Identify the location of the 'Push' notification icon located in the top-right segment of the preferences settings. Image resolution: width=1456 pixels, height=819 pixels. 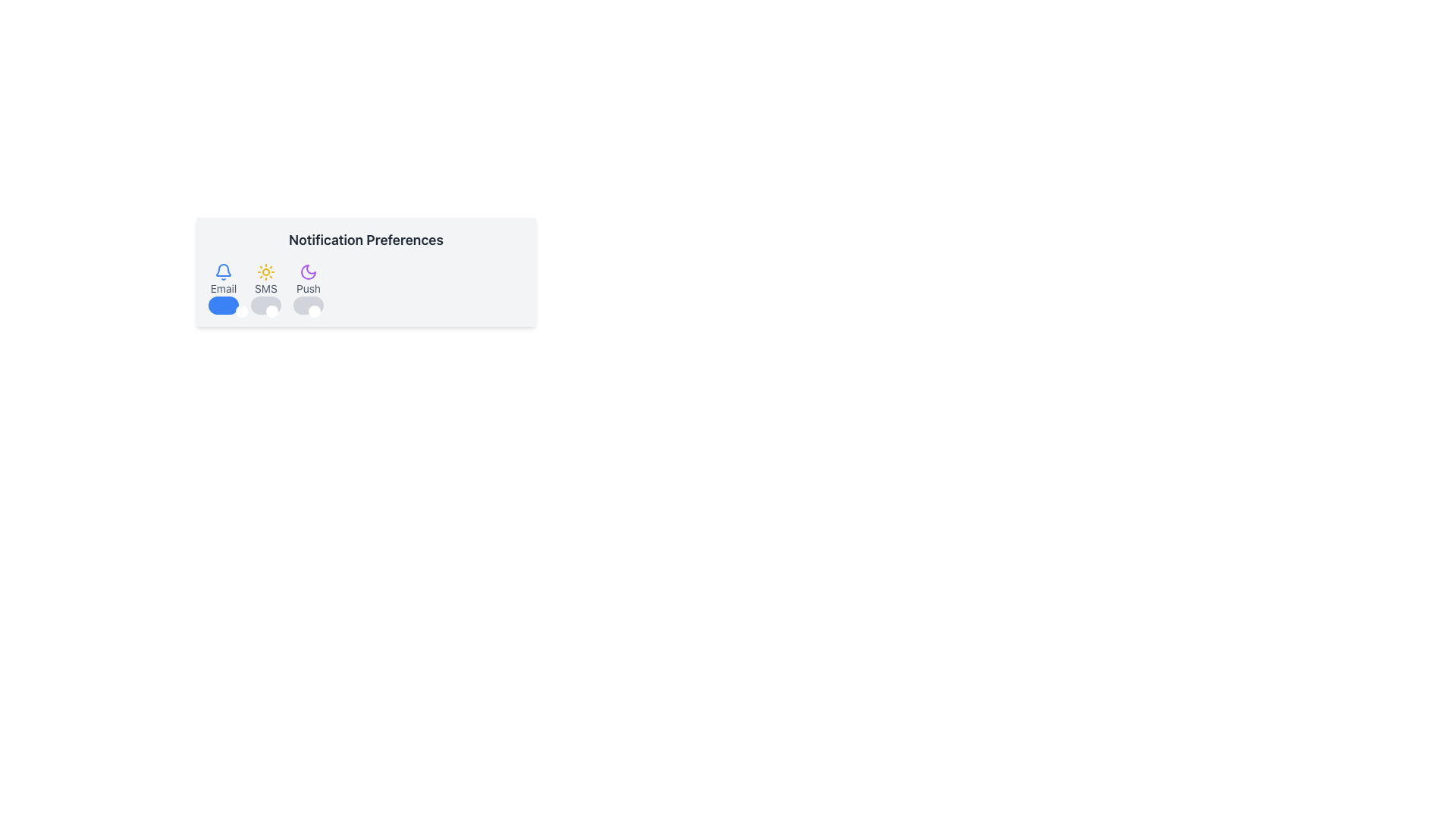
(308, 271).